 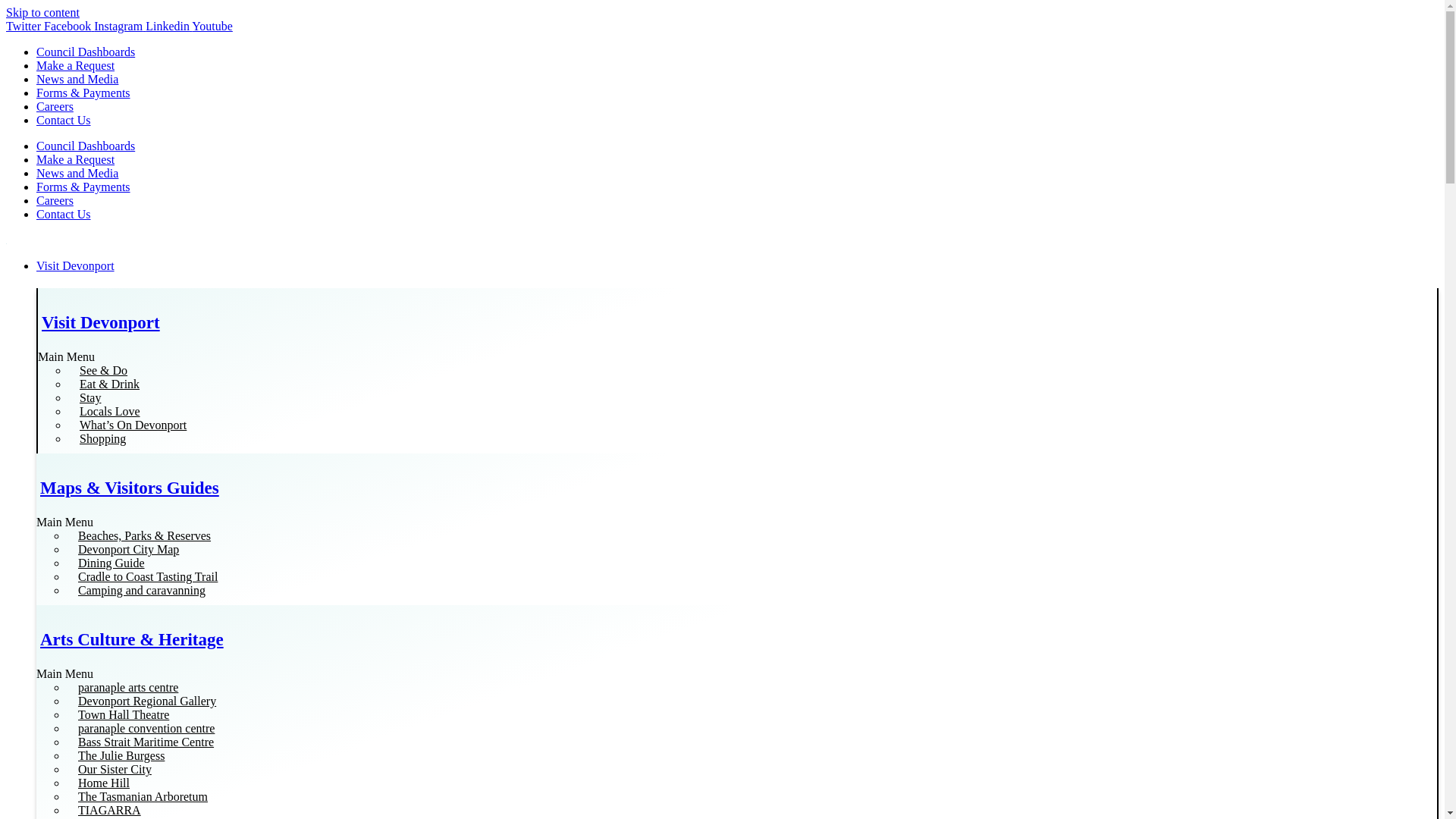 I want to click on 'Council Dashboards', so click(x=85, y=146).